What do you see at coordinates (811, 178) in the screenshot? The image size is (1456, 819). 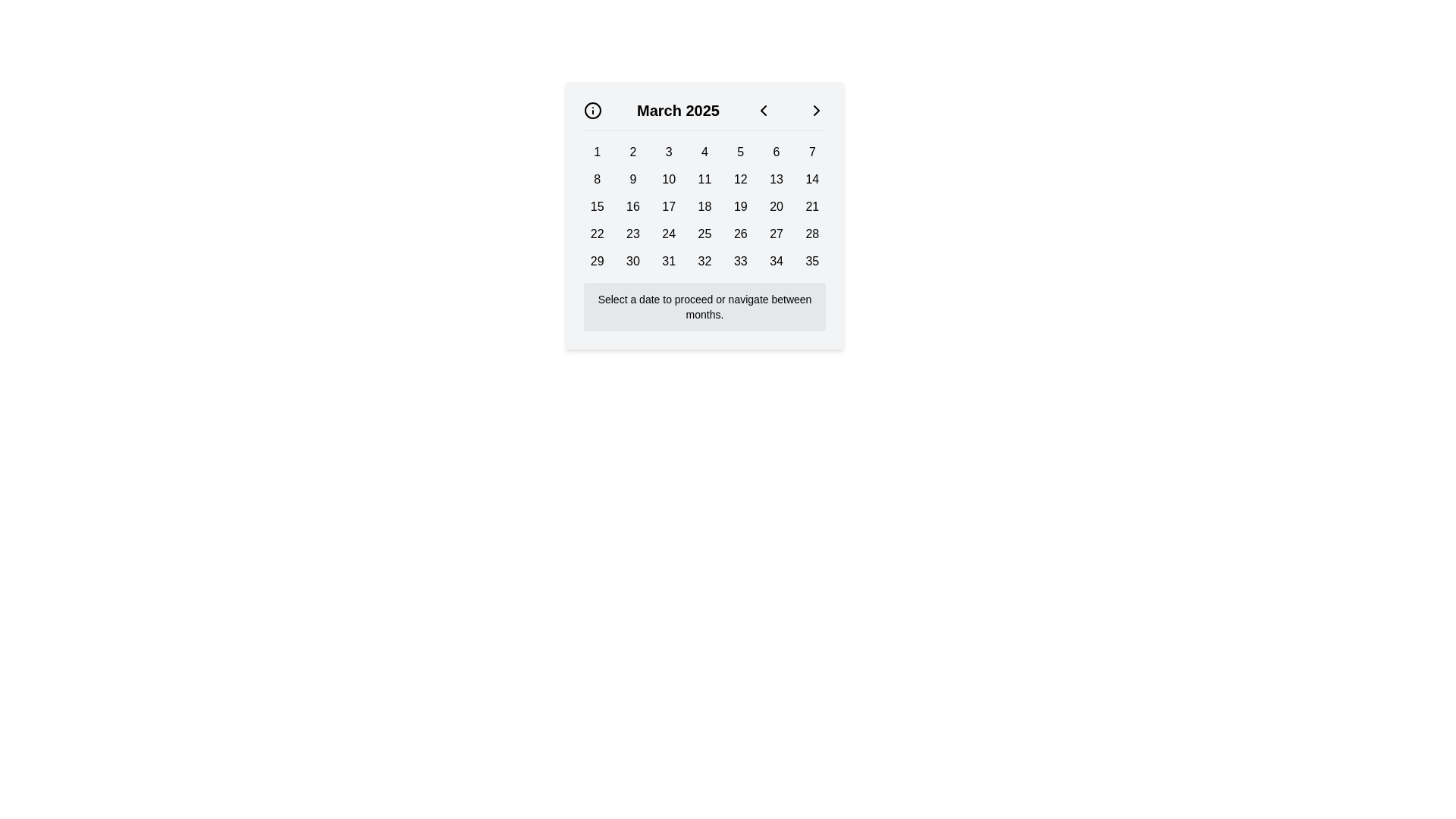 I see `the rectangular button labeled '14' in bold black font, which is positioned in the second row and seventh column of the calendar grid` at bounding box center [811, 178].